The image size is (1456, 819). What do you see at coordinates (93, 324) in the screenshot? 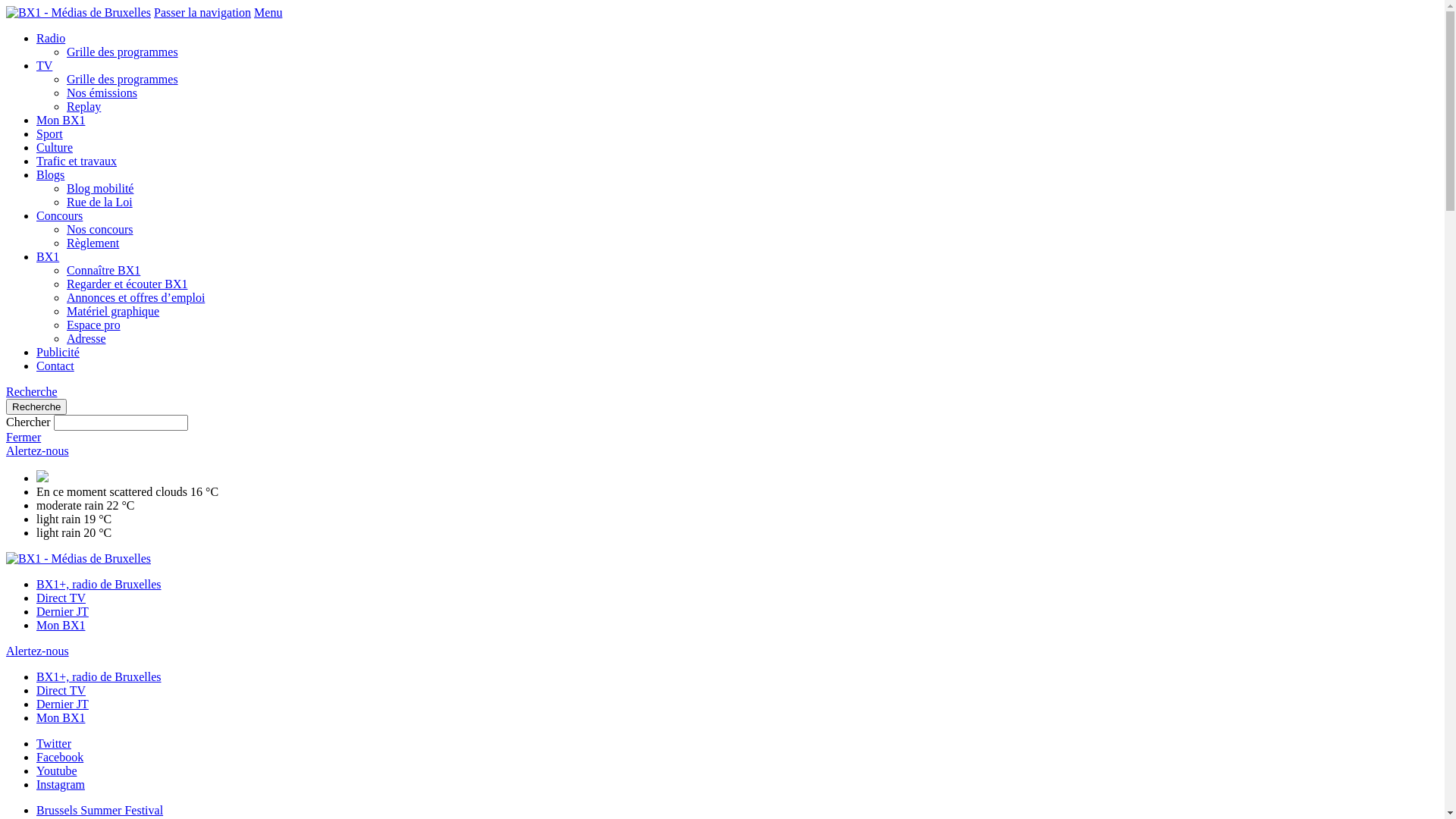
I see `'Espace pro'` at bounding box center [93, 324].